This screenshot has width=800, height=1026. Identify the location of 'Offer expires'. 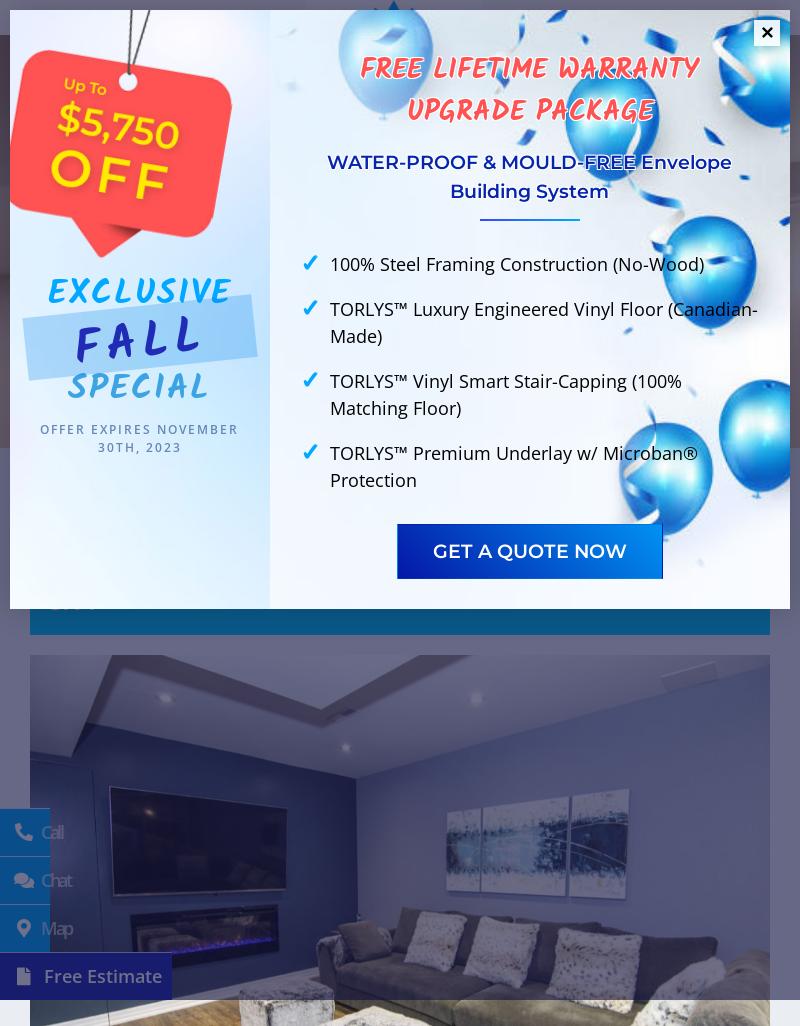
(98, 428).